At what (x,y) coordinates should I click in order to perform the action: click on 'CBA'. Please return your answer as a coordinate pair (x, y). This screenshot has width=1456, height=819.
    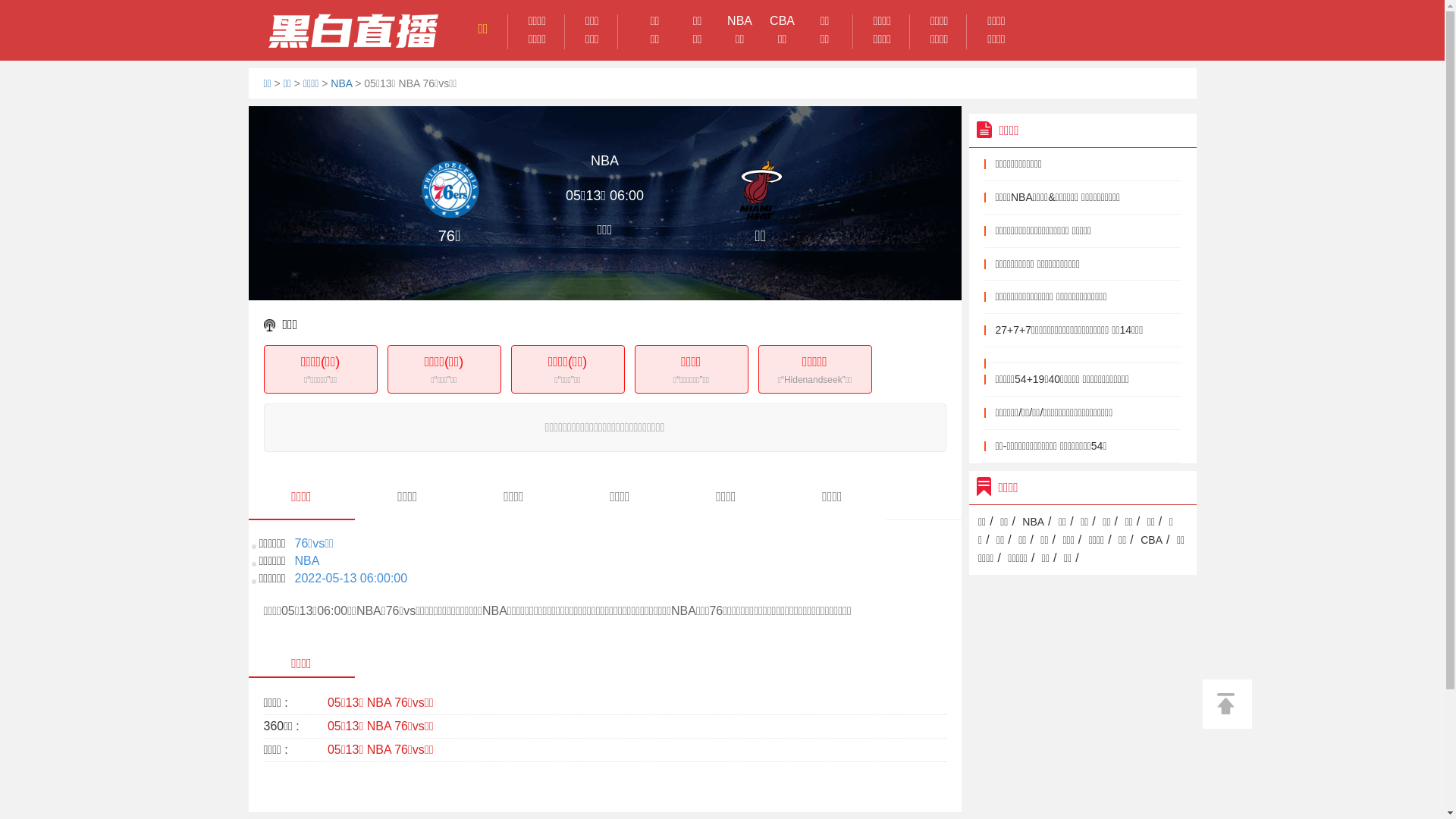
    Looking at the image, I should click on (783, 20).